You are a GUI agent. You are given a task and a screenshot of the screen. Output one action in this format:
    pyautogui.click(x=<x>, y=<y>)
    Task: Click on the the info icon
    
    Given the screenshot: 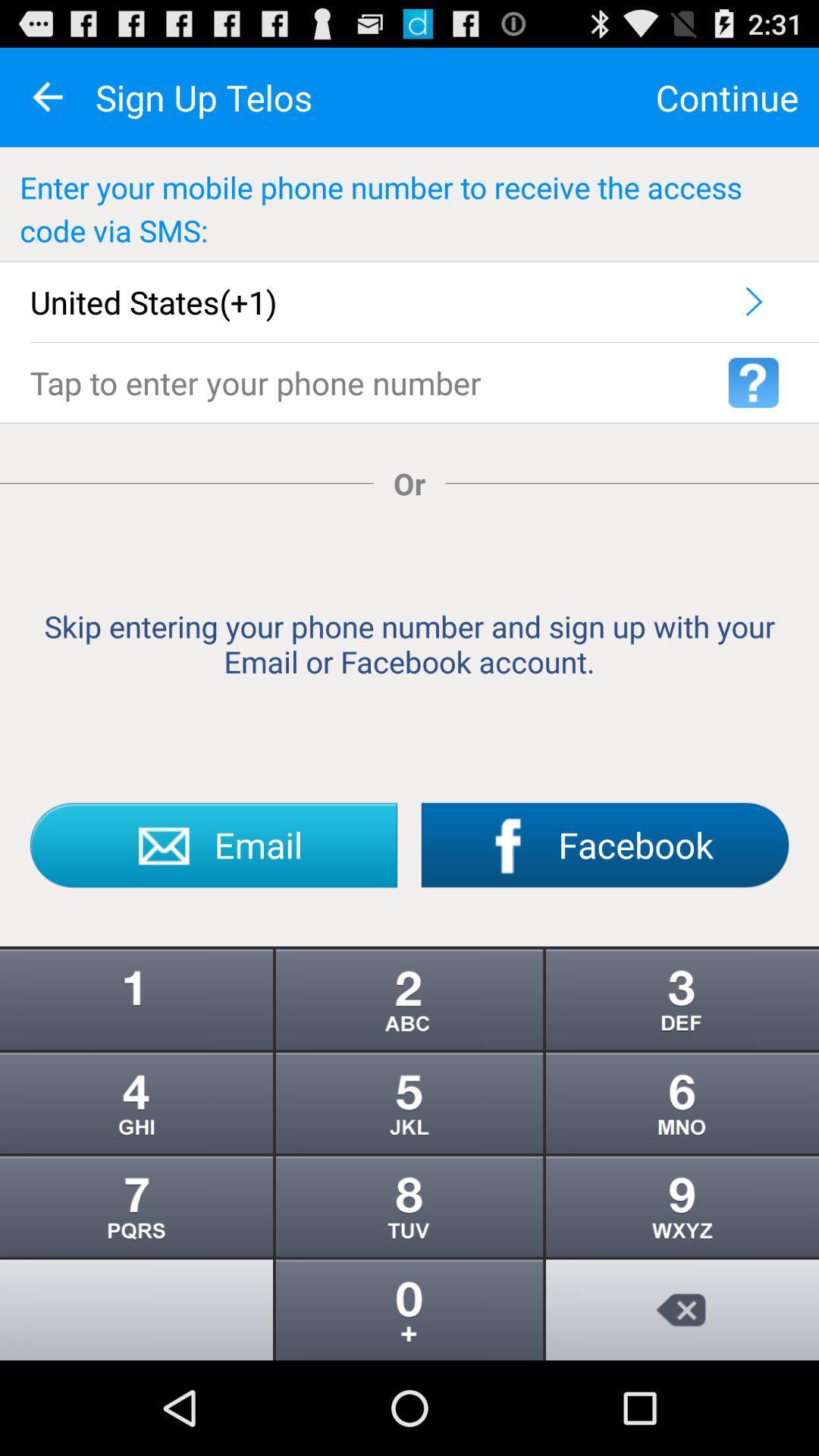 What is the action you would take?
    pyautogui.click(x=136, y=1068)
    